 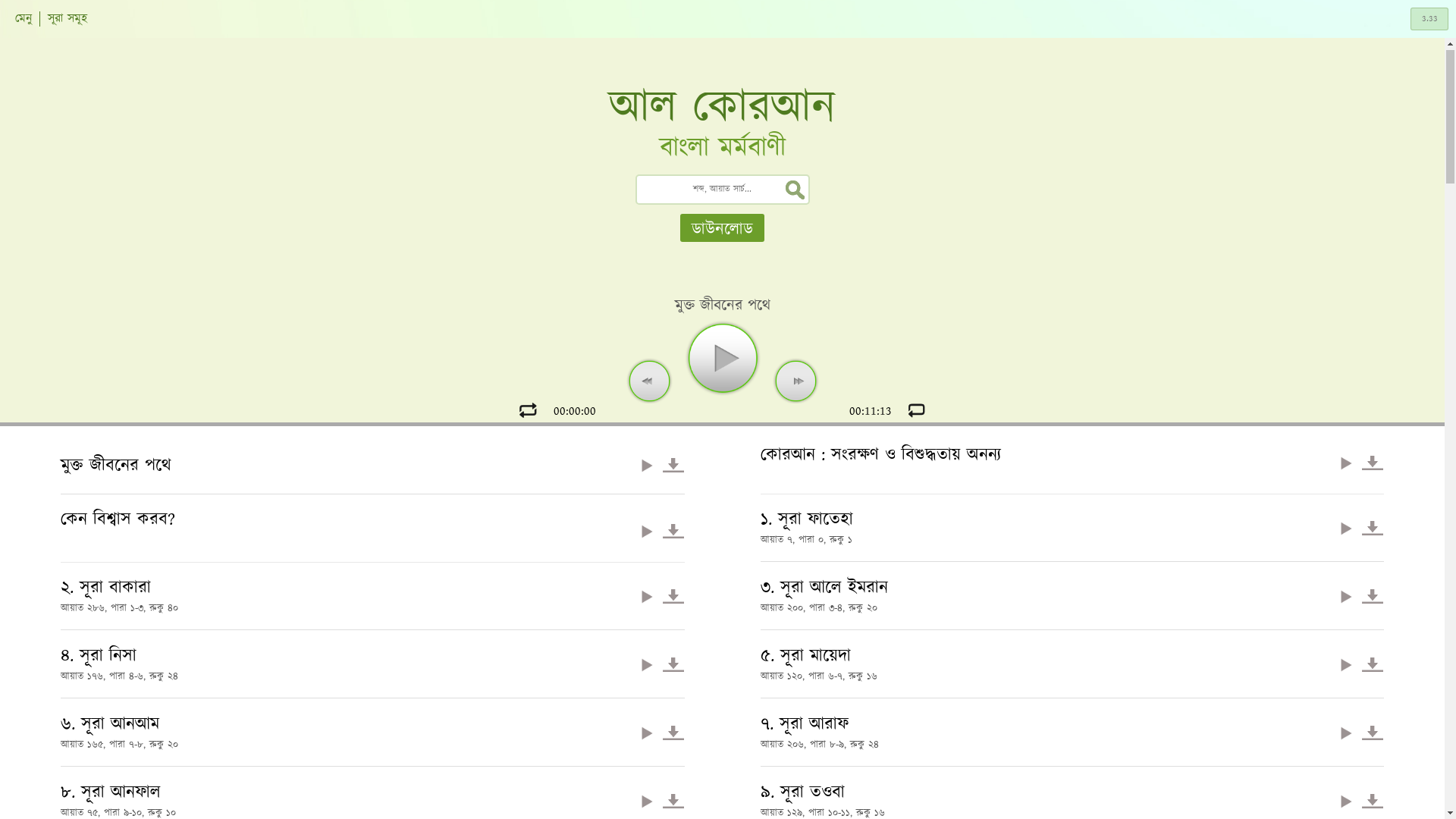 I want to click on 'Download', so click(x=672, y=595).